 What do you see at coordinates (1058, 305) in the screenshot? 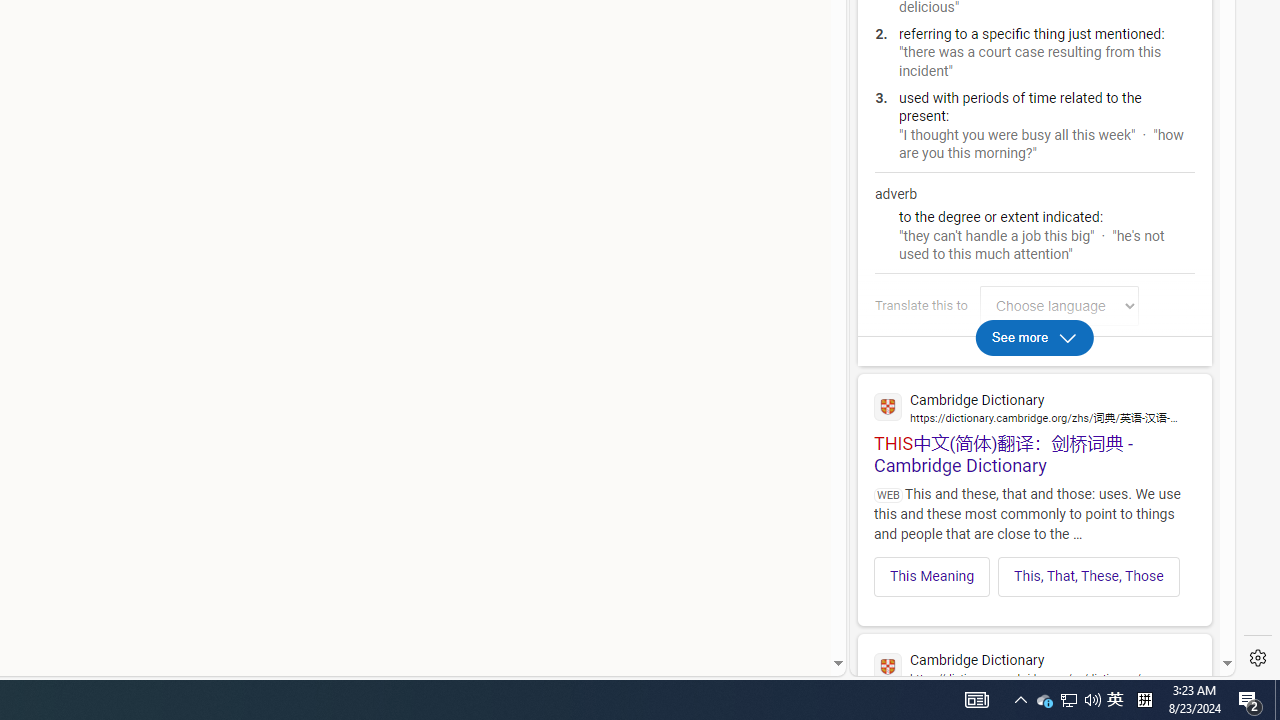
I see `'Translate this to Choose language'` at bounding box center [1058, 305].